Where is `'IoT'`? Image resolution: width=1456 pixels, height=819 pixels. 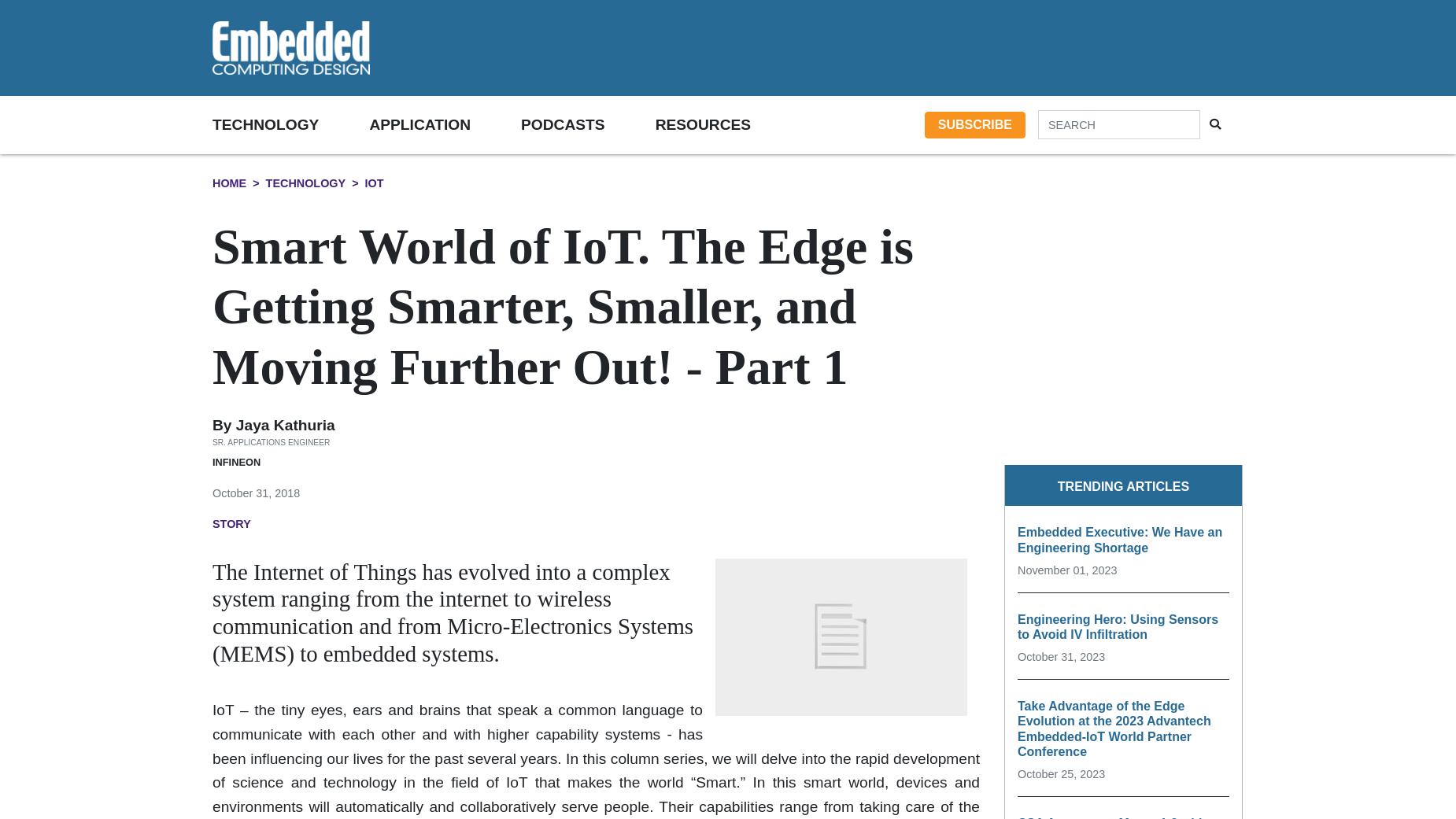
'IoT' is located at coordinates (374, 182).